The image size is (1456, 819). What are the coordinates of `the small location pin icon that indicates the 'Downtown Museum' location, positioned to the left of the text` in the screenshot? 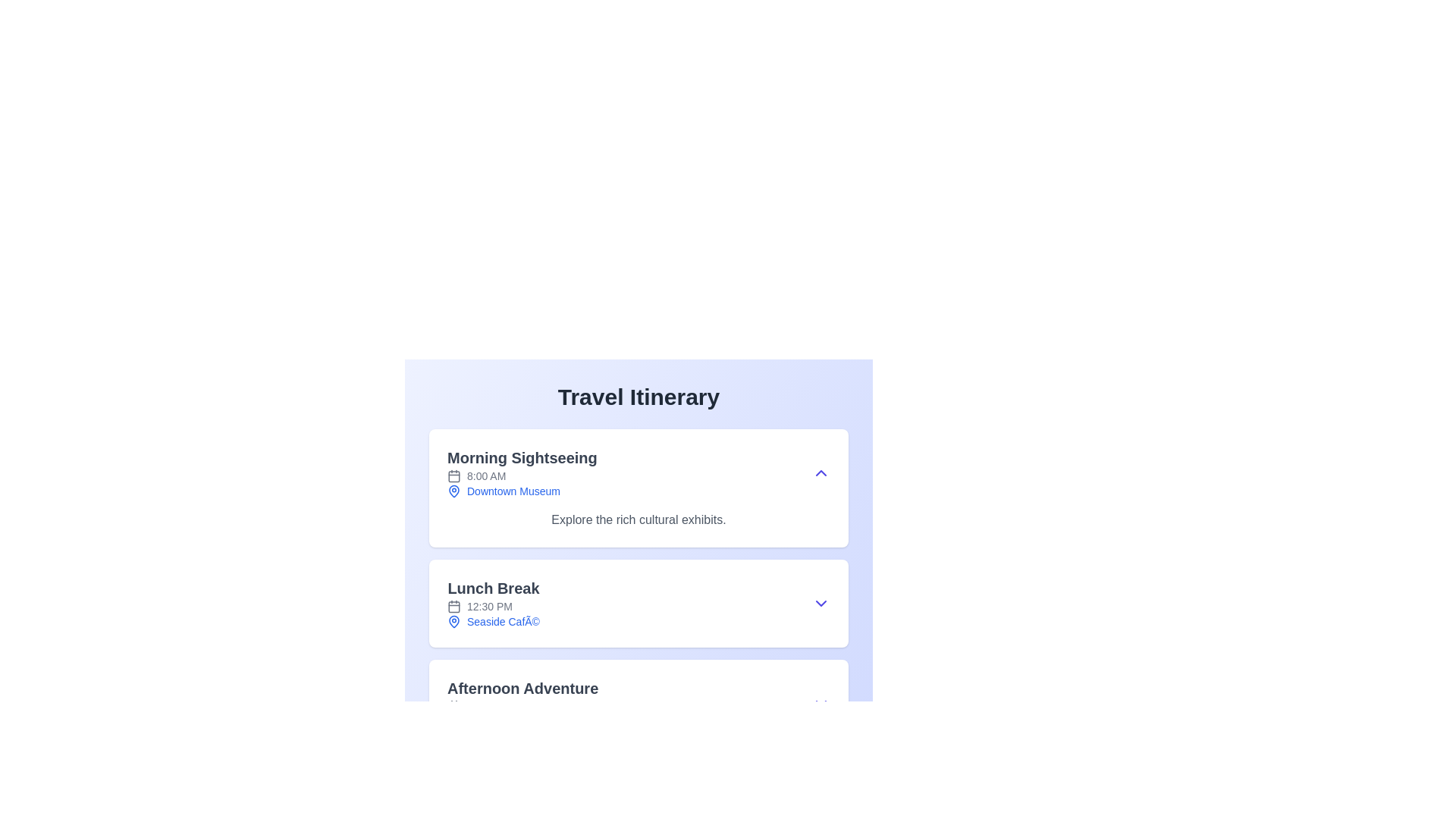 It's located at (453, 491).